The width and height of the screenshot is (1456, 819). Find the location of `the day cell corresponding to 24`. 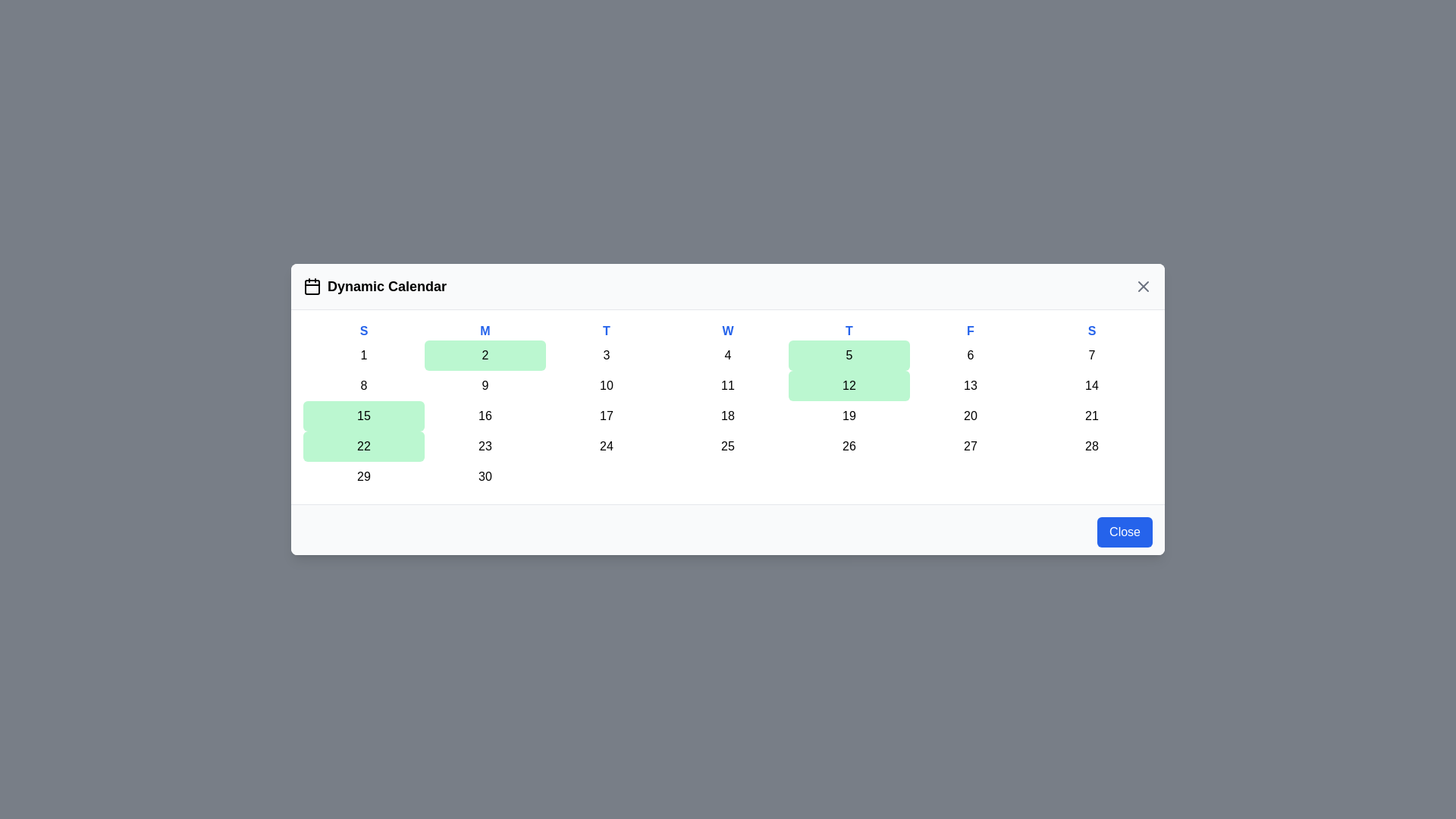

the day cell corresponding to 24 is located at coordinates (607, 446).